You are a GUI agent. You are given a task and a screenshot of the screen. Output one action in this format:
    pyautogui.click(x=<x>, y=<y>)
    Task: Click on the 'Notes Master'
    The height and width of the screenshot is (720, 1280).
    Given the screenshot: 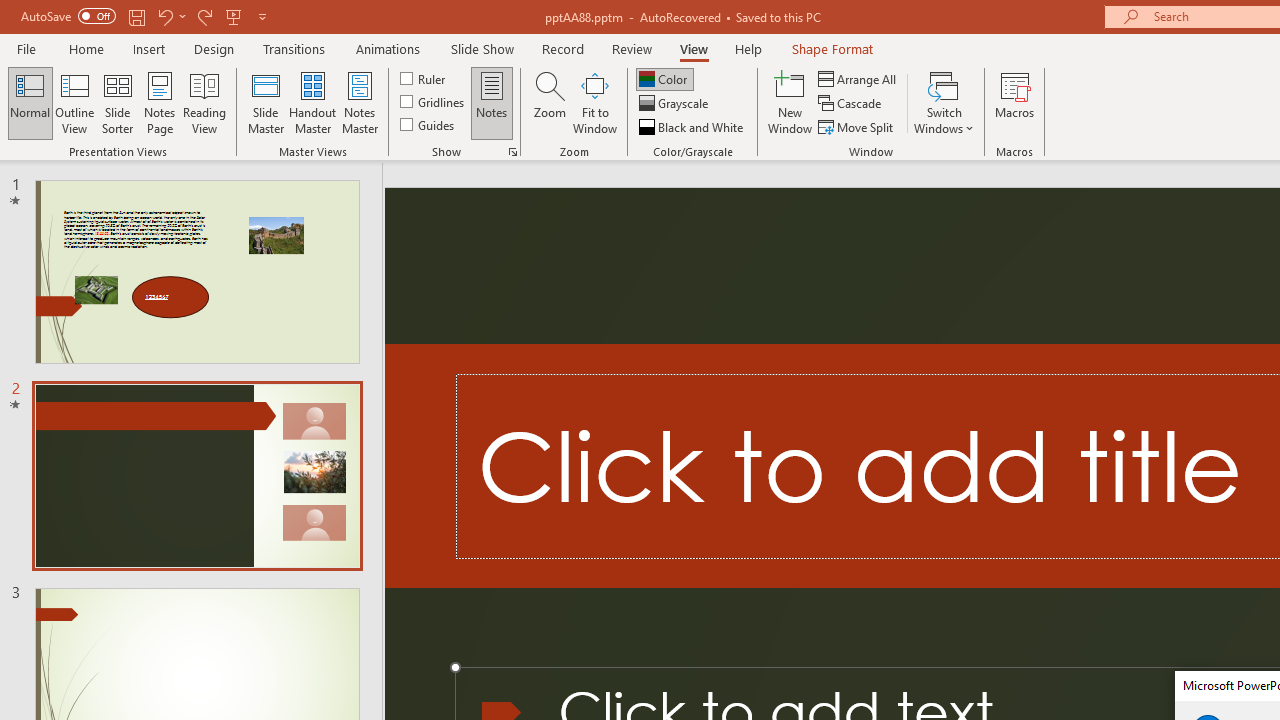 What is the action you would take?
    pyautogui.click(x=360, y=103)
    